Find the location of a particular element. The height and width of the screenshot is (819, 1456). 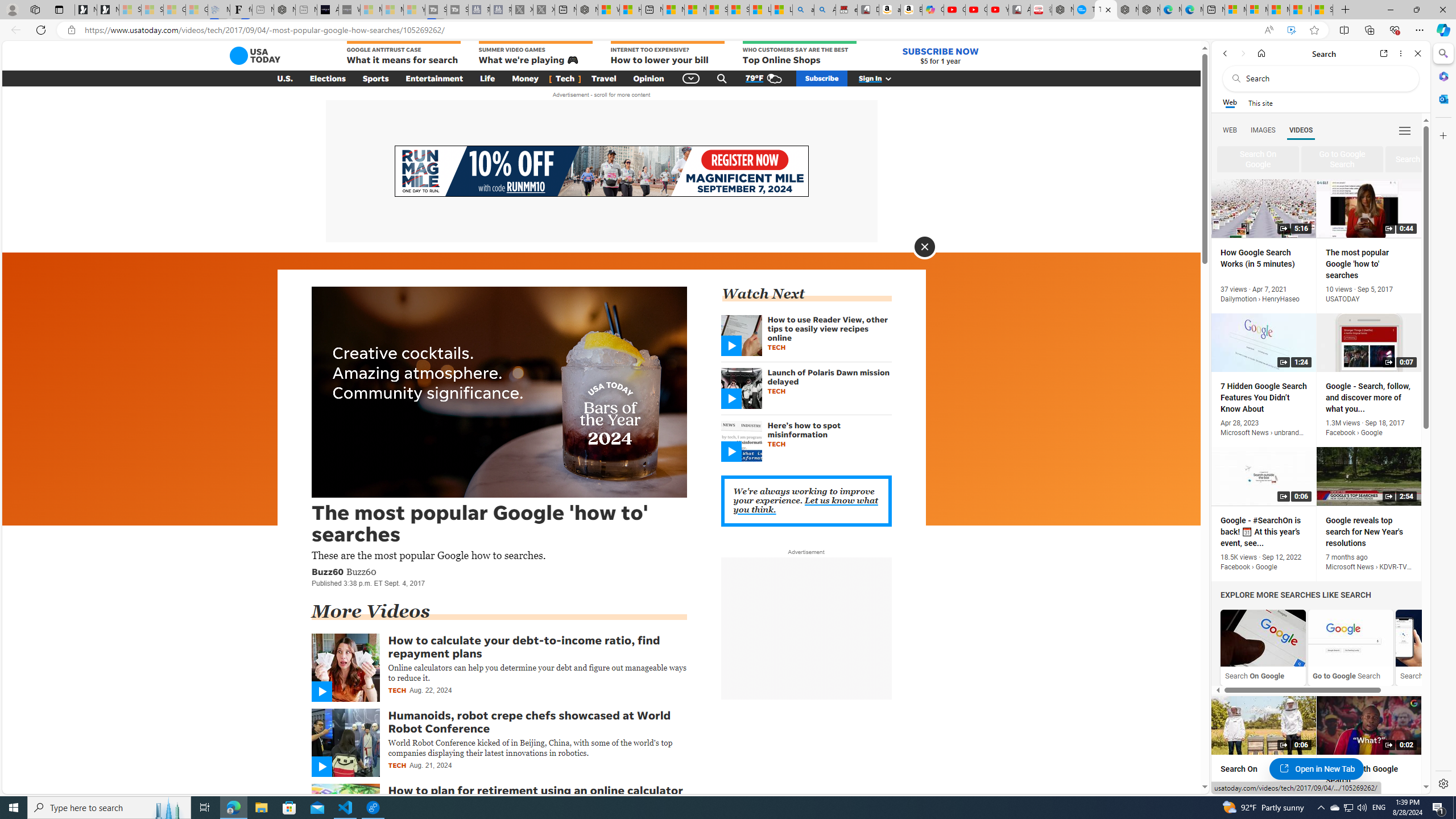

'Class: gnt_n_se_a_svg' is located at coordinates (721, 78).